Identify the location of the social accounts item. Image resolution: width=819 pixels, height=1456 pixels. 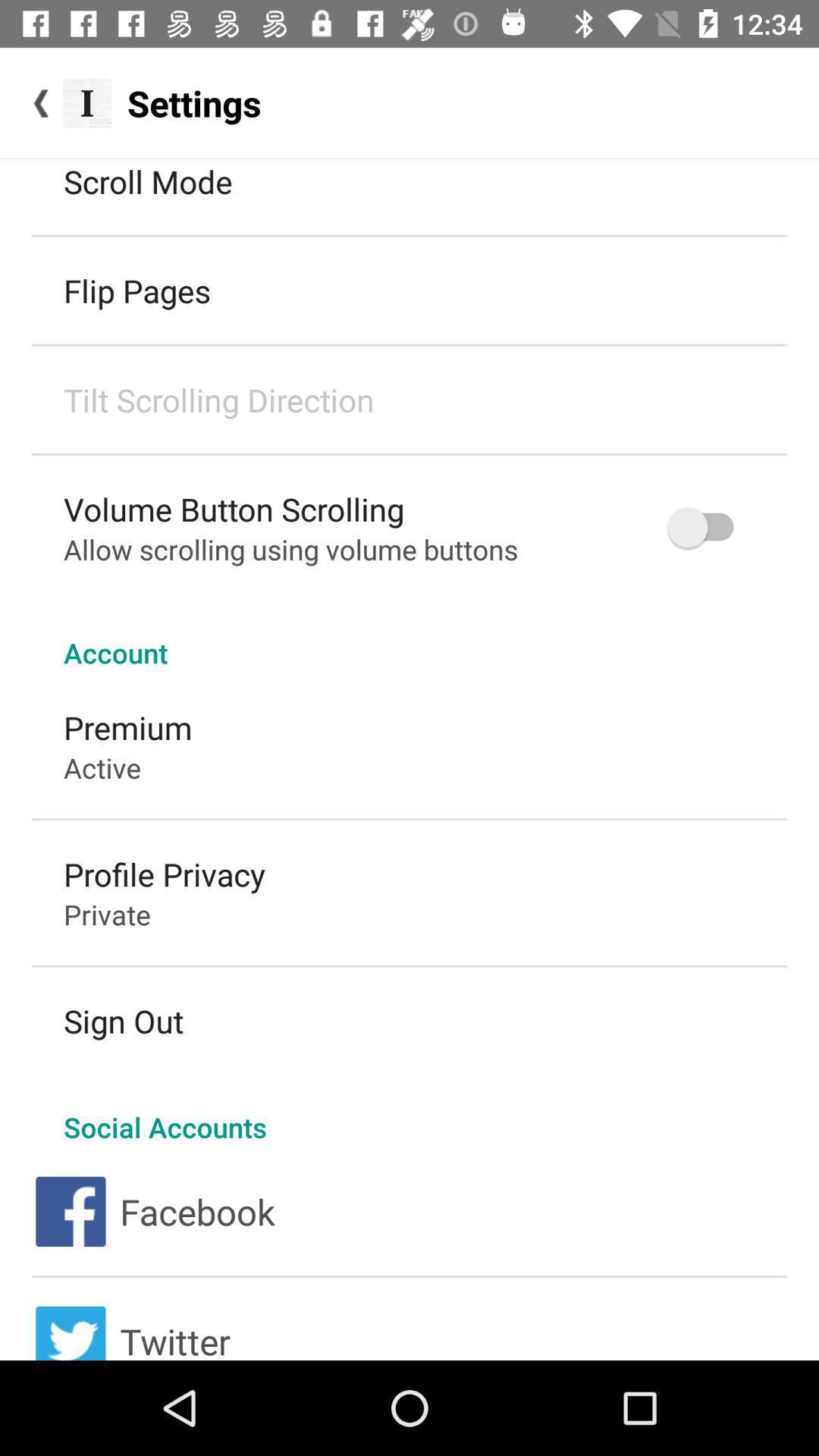
(409, 1111).